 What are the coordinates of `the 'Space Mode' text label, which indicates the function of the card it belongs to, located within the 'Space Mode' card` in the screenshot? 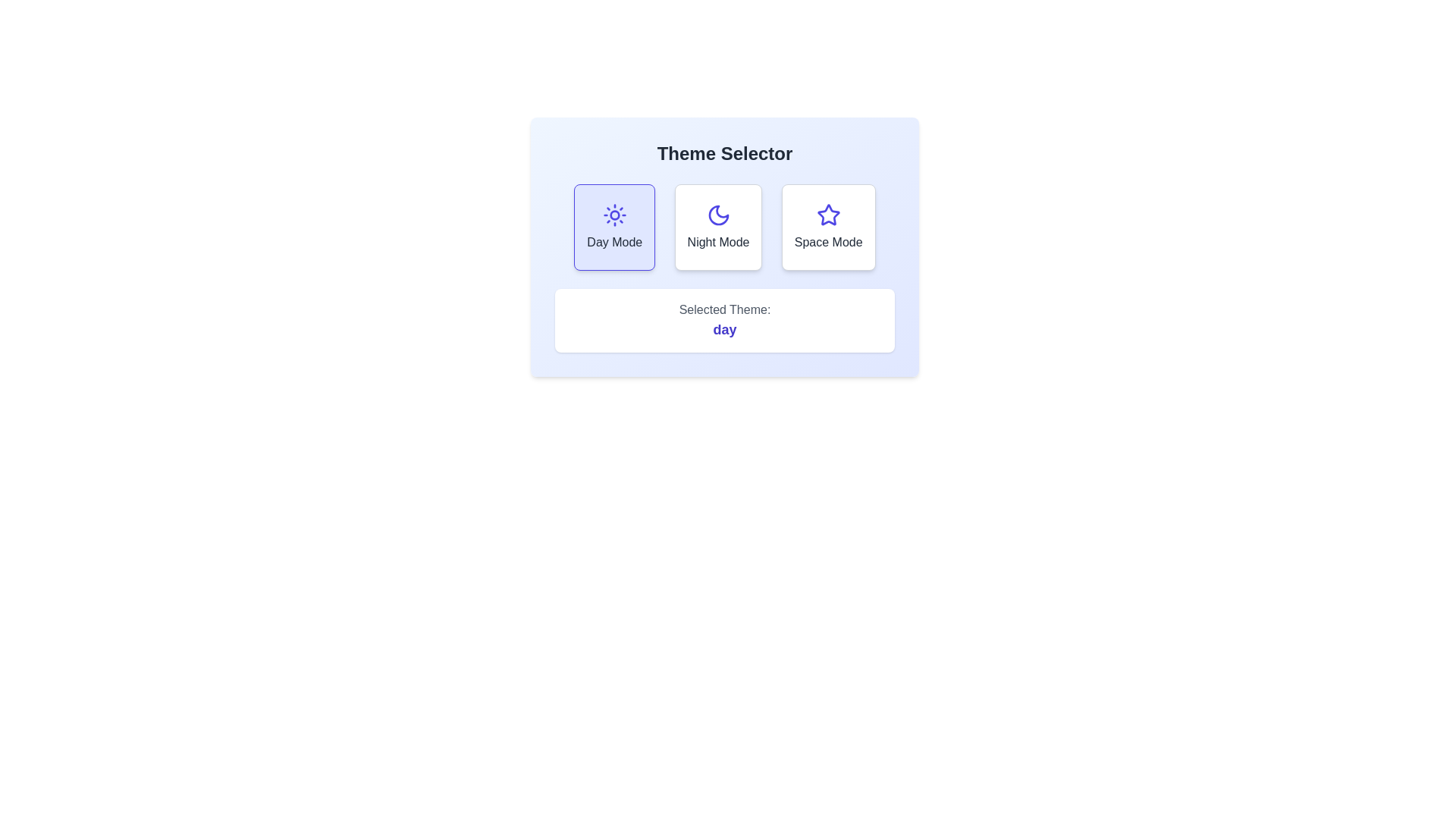 It's located at (827, 242).